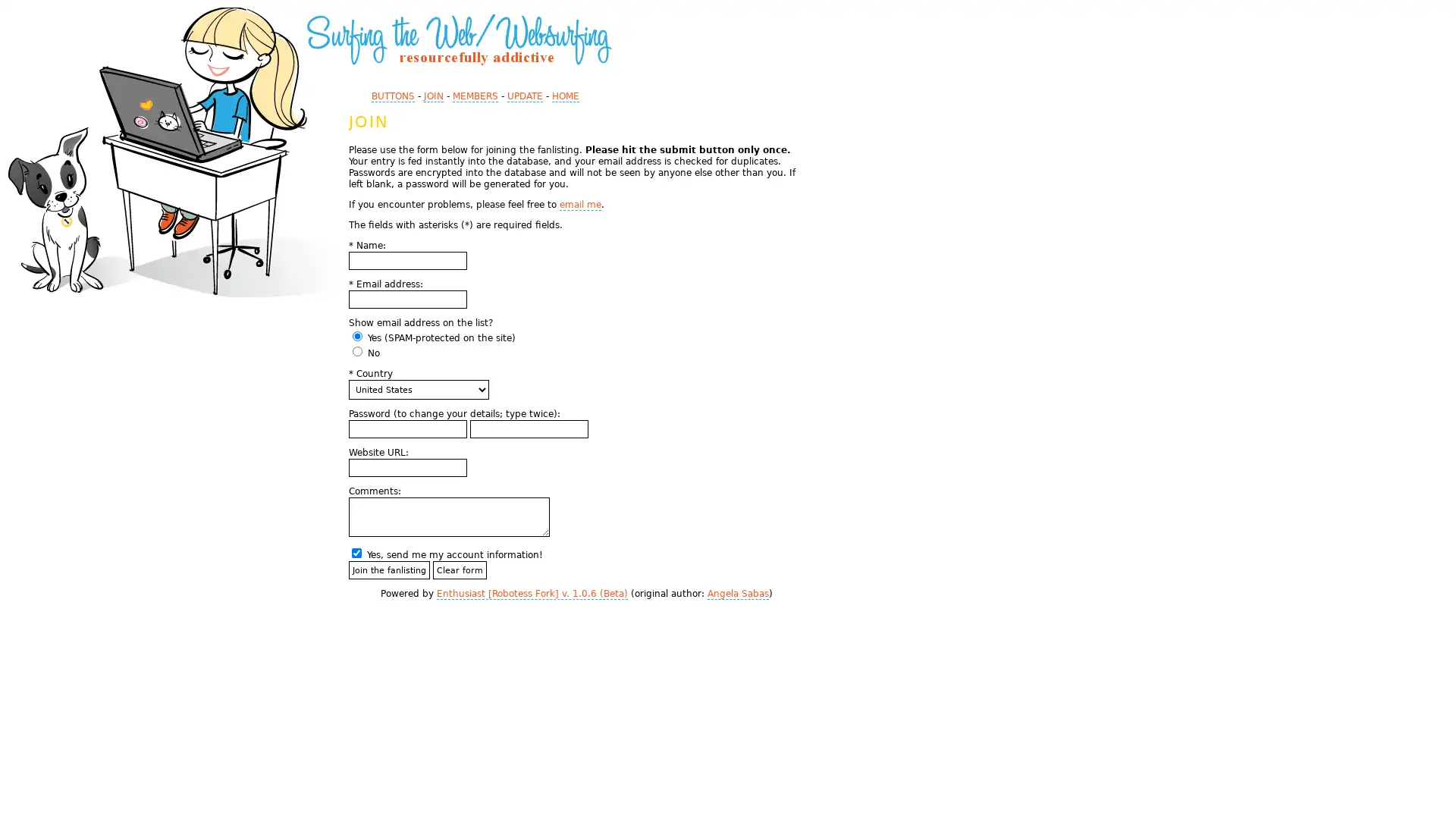 Image resolution: width=1456 pixels, height=819 pixels. What do you see at coordinates (459, 570) in the screenshot?
I see `Clear form` at bounding box center [459, 570].